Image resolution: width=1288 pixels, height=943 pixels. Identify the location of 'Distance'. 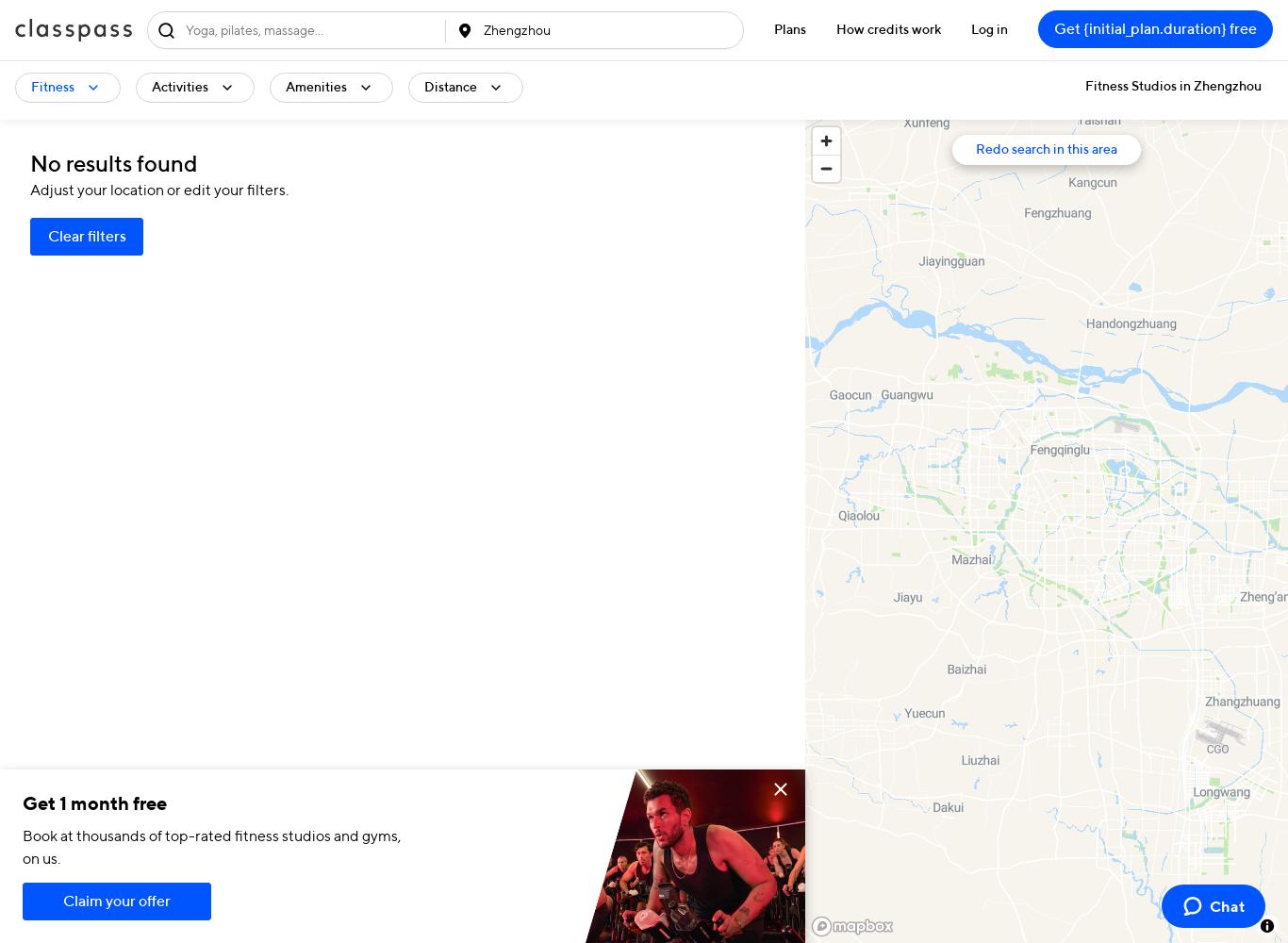
(450, 87).